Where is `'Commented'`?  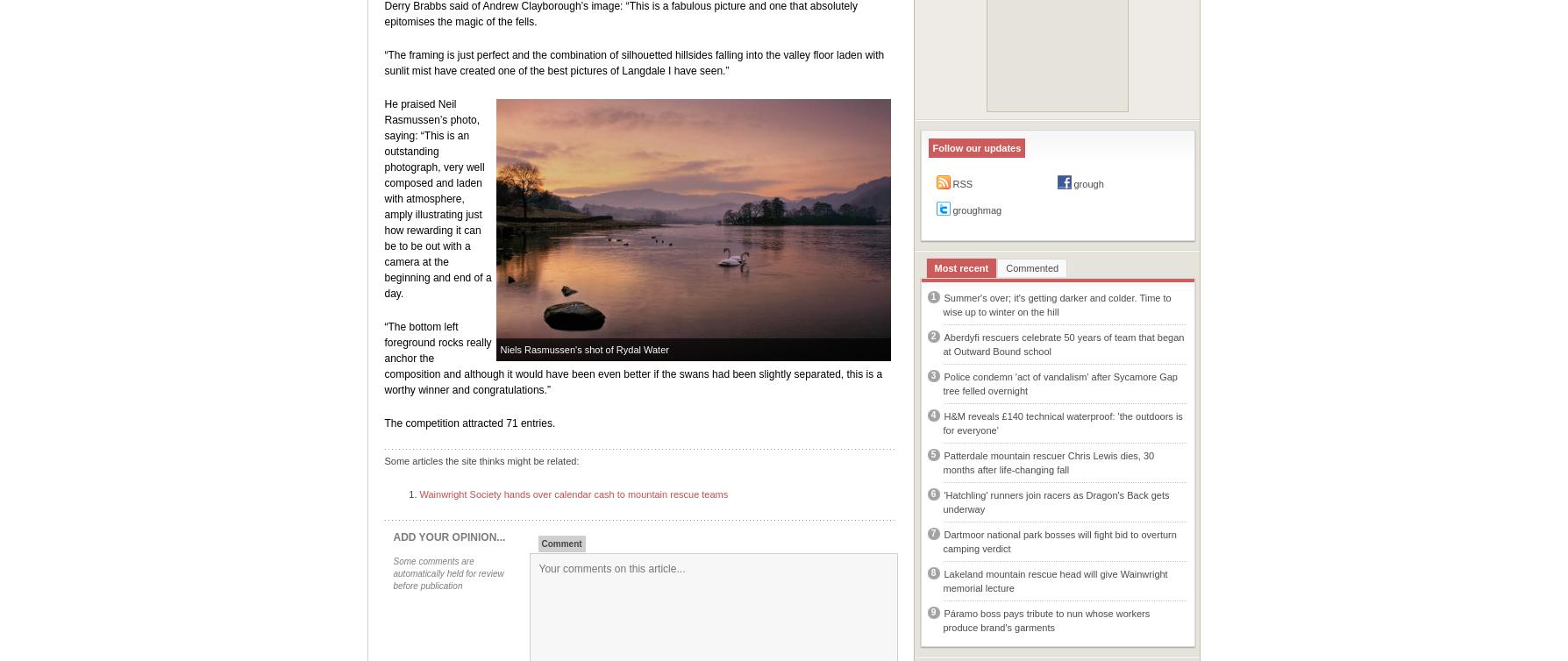
'Commented' is located at coordinates (1031, 267).